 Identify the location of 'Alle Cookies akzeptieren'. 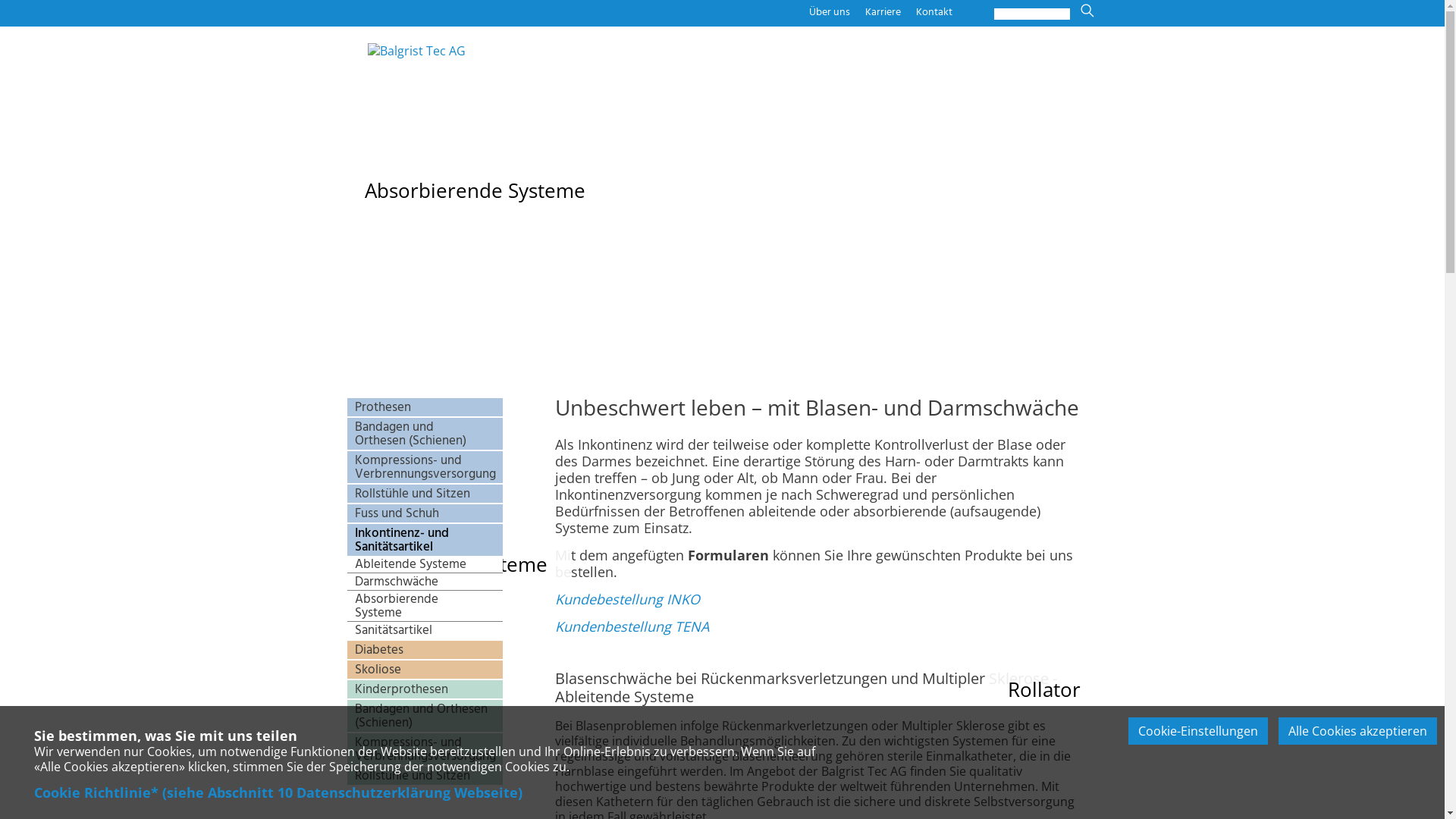
(1357, 730).